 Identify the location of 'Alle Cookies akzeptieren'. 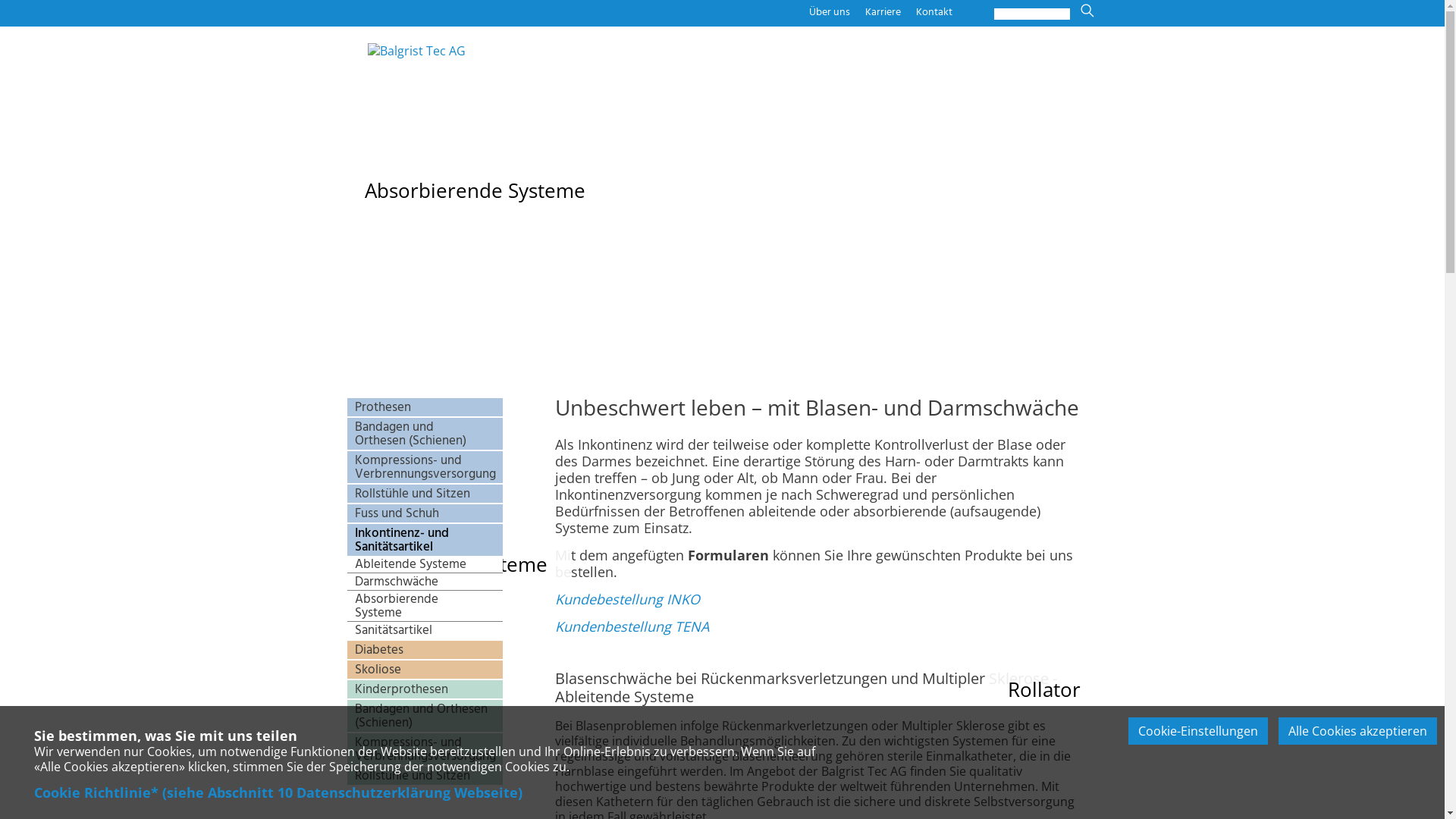
(1357, 730).